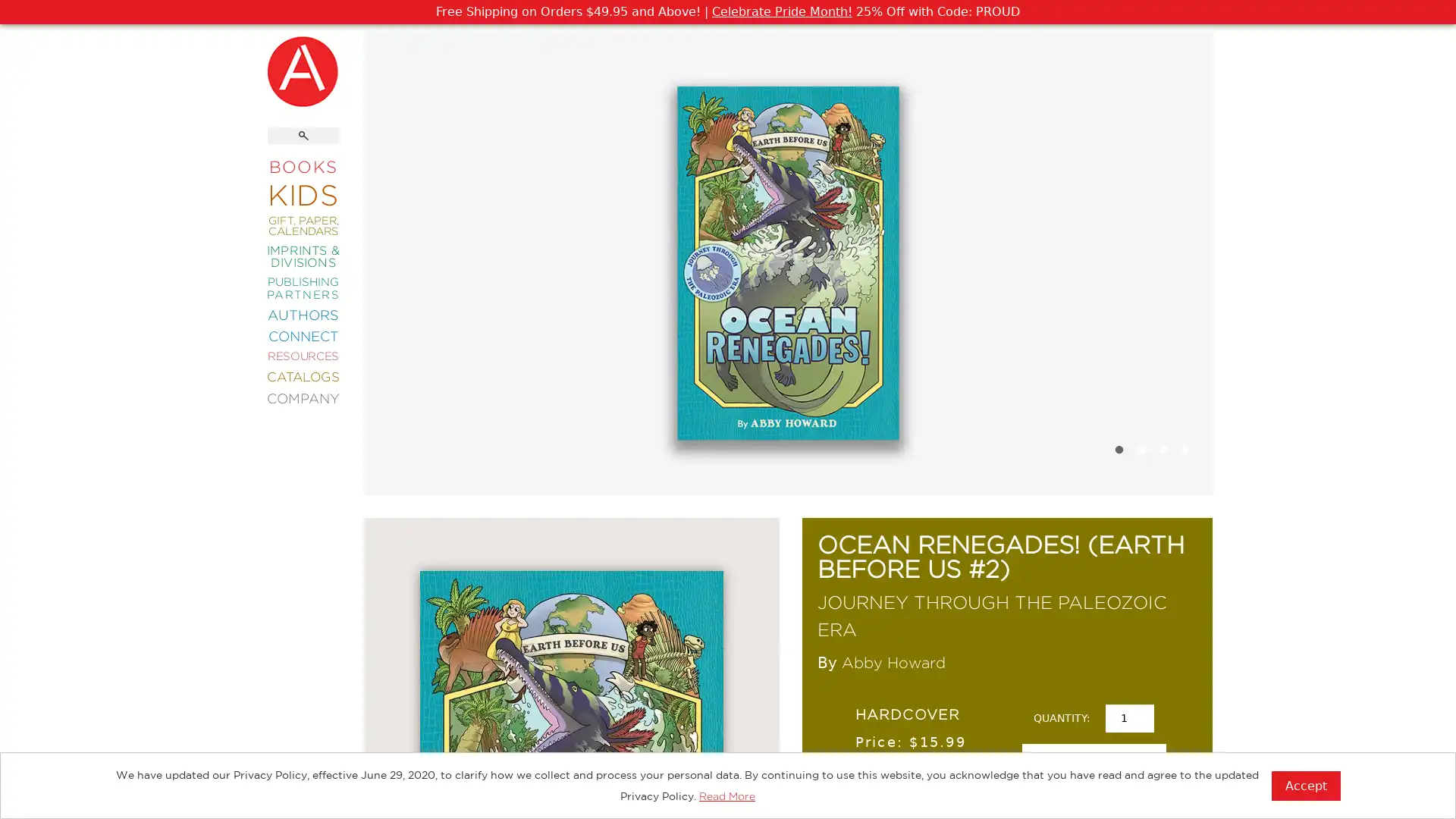 This screenshot has width=1456, height=819. I want to click on IMPRINTS & DIVISIONS, so click(303, 255).